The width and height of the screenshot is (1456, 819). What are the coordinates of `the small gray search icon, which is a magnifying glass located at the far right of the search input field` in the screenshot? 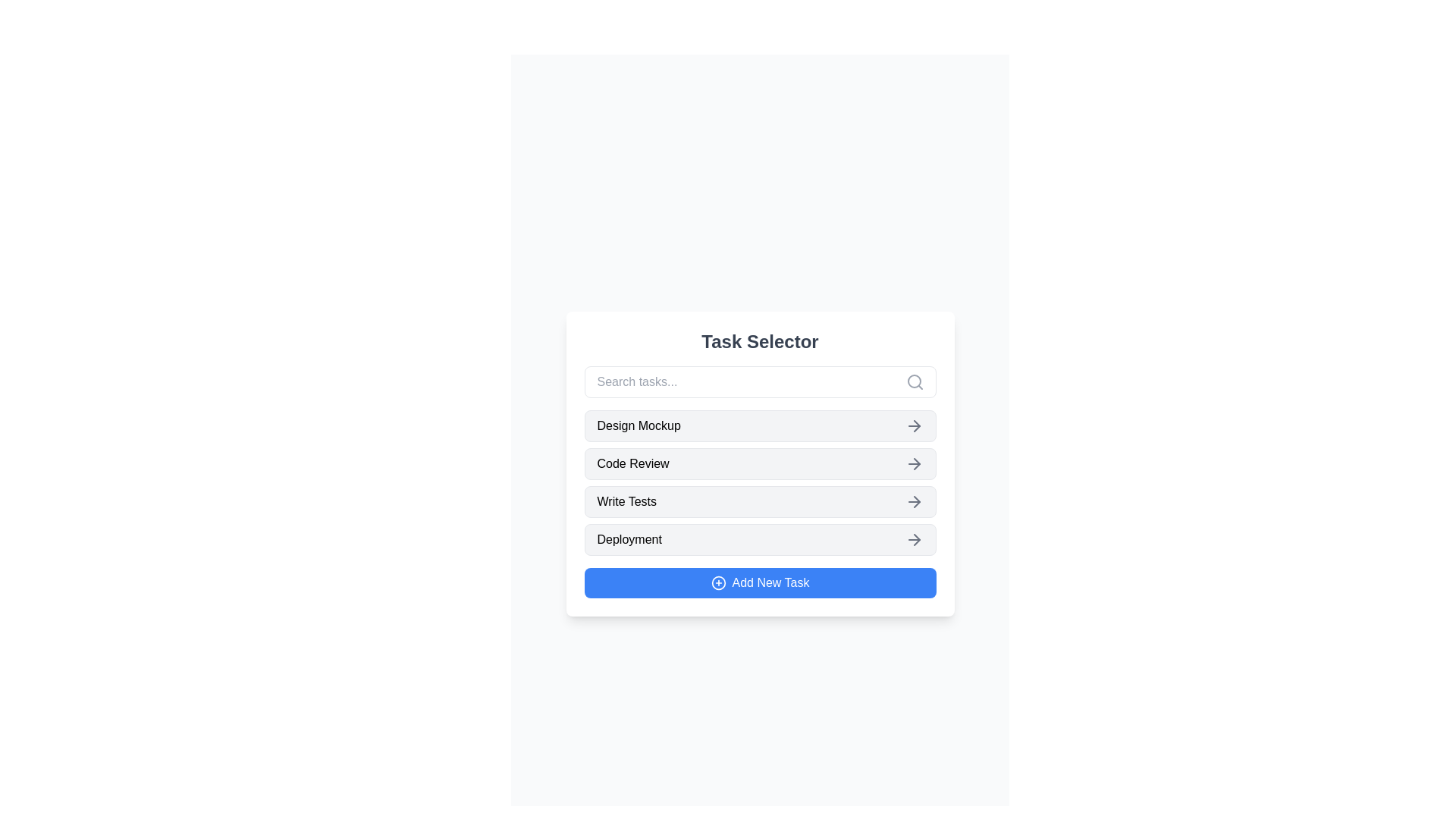 It's located at (914, 381).